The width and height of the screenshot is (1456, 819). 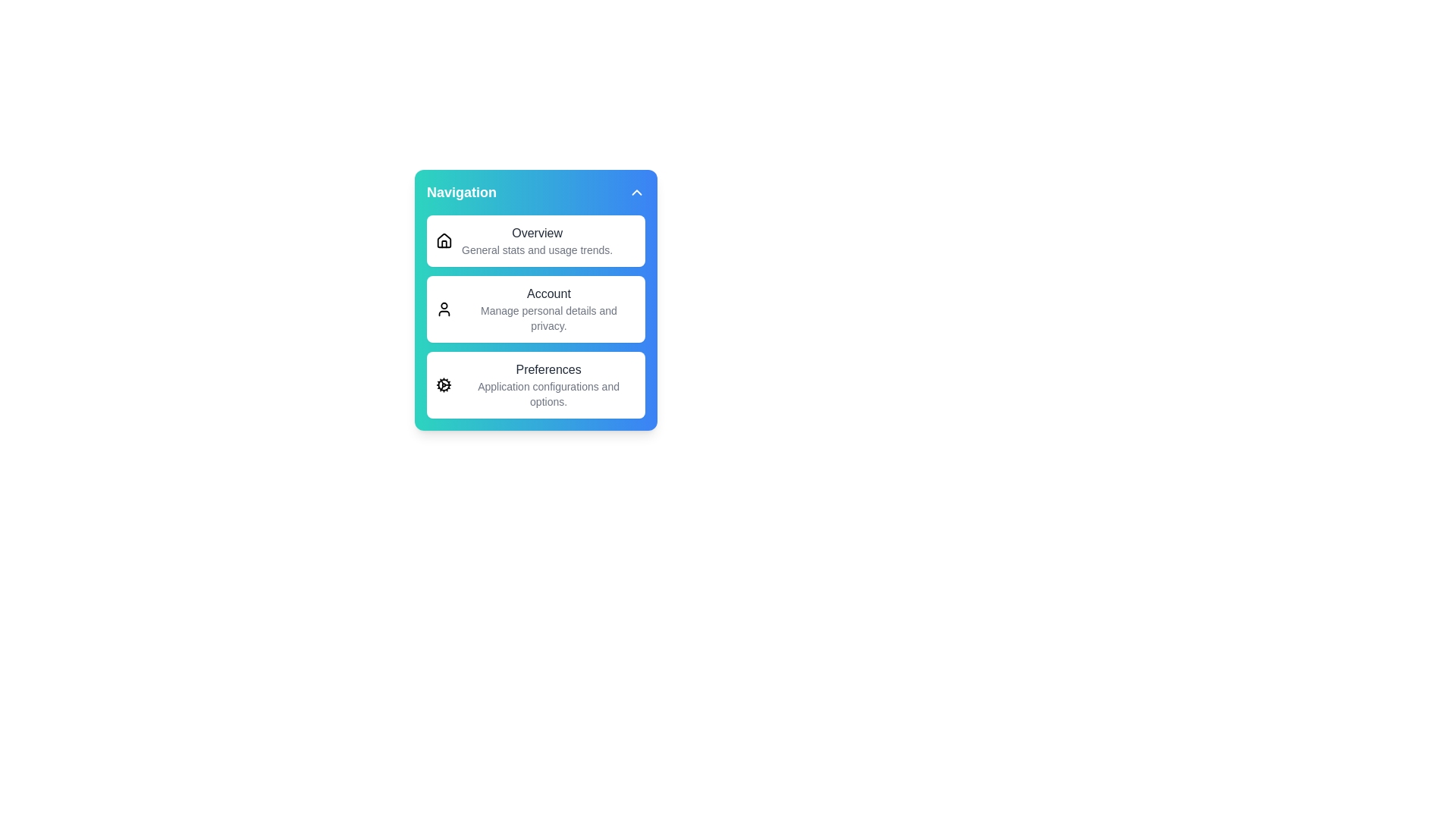 What do you see at coordinates (443, 309) in the screenshot?
I see `the icon associated with Account` at bounding box center [443, 309].